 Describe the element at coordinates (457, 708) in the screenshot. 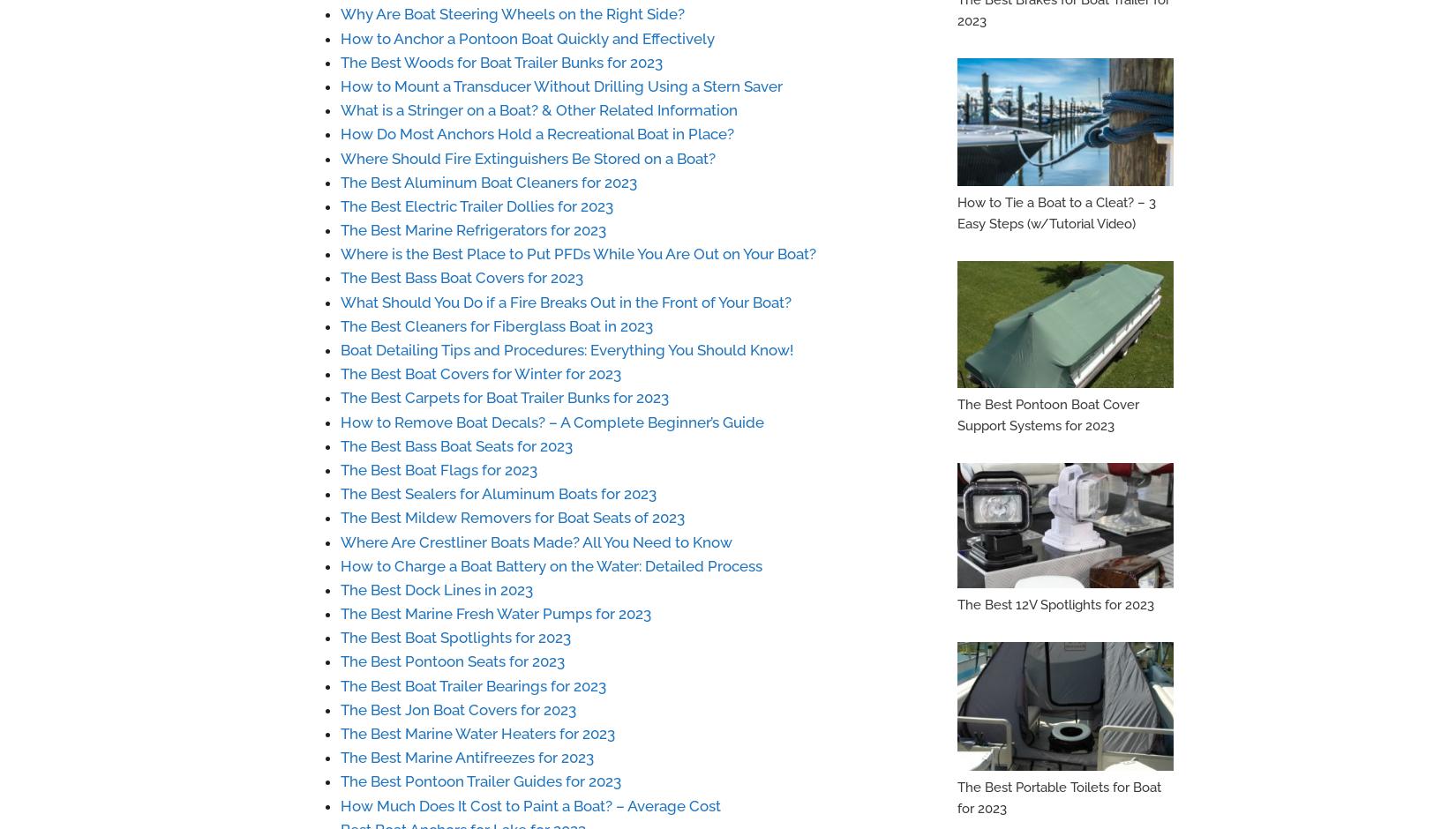

I see `'The Best Jon Boat Covers for 2023'` at that location.